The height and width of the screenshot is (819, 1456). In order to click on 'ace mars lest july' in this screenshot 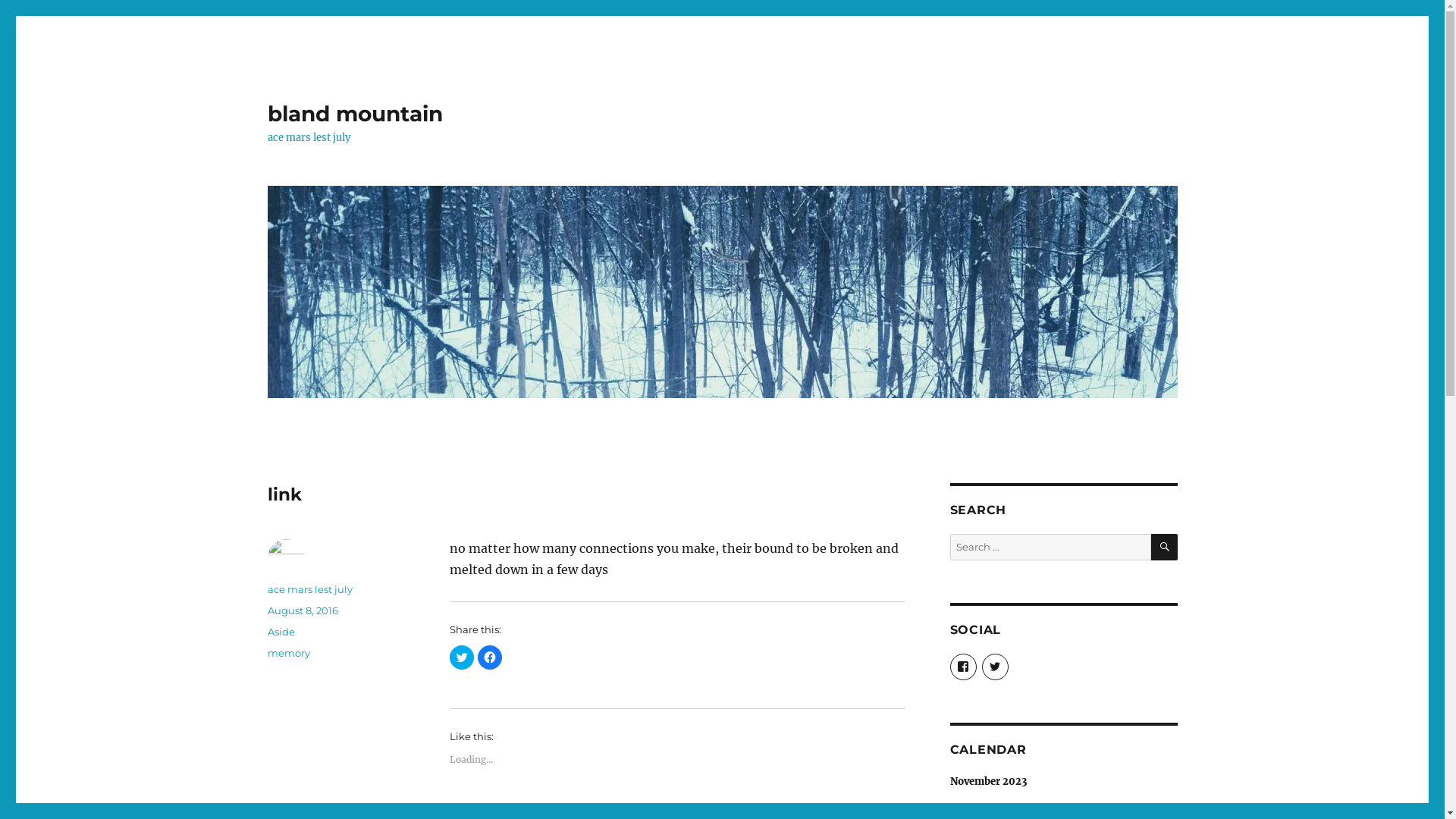, I will do `click(309, 588)`.